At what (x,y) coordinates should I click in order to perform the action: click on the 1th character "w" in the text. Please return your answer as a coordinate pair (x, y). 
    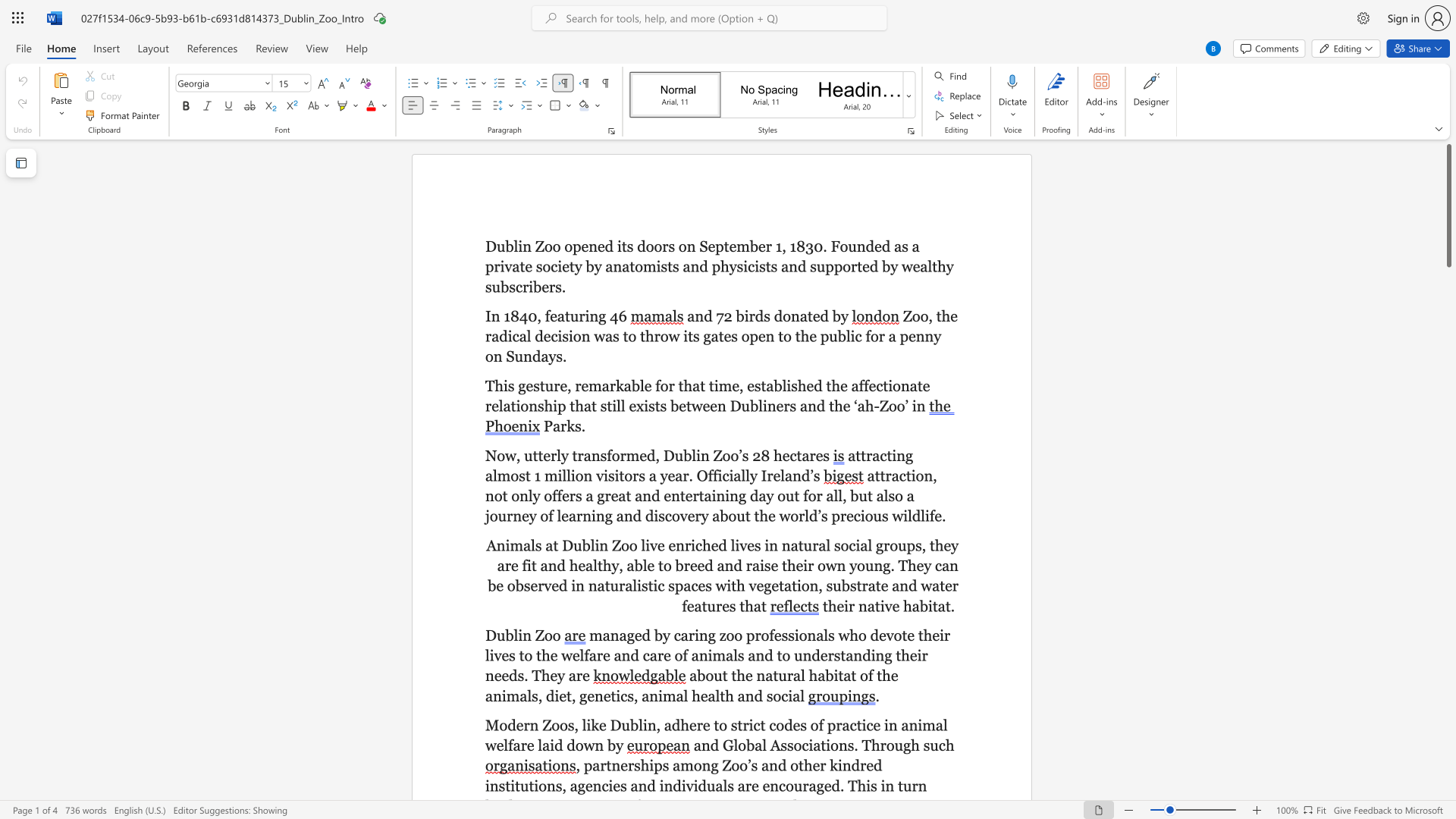
    Looking at the image, I should click on (491, 745).